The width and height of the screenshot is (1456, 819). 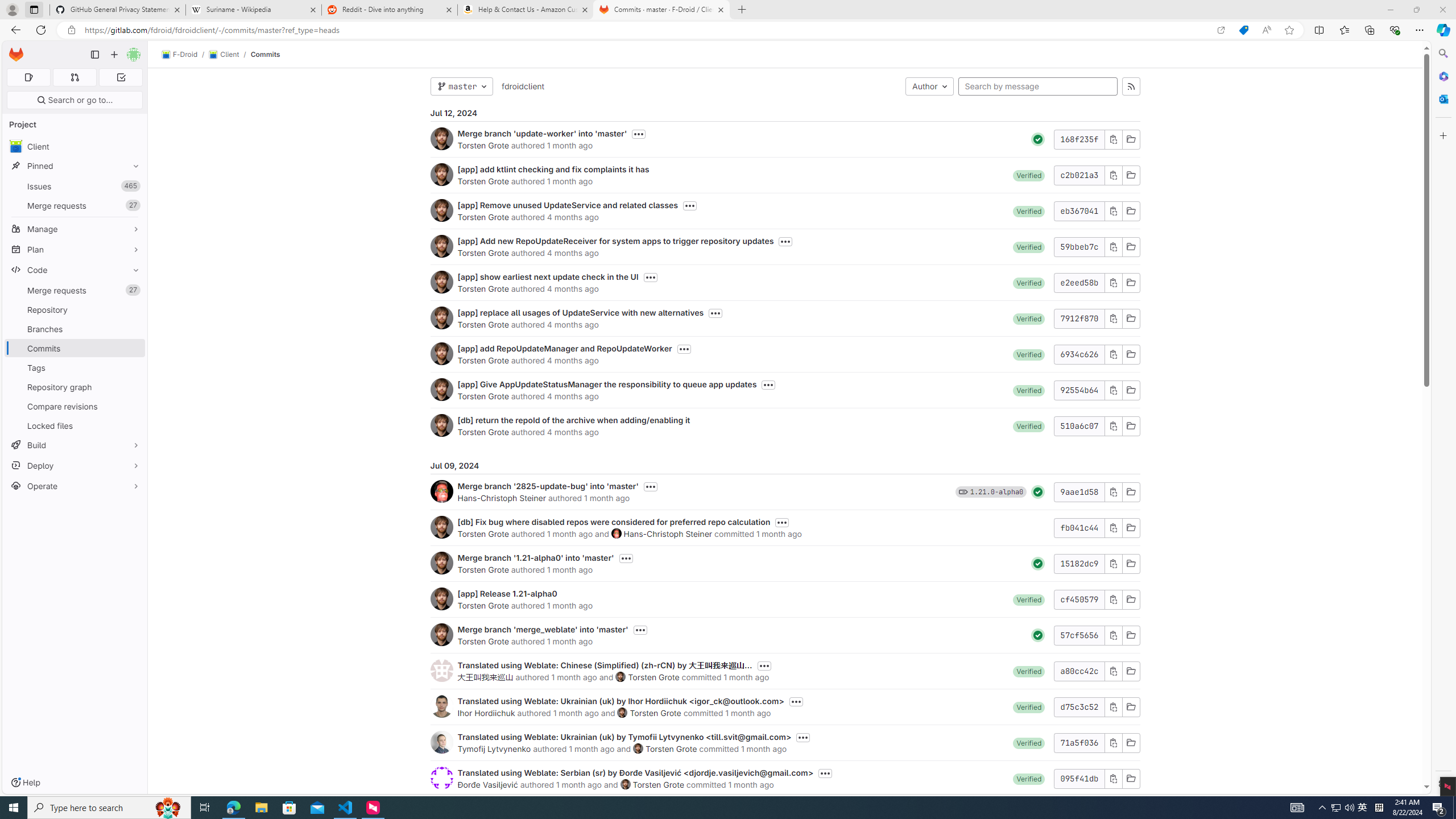 I want to click on 'Manage', so click(x=74, y=229).